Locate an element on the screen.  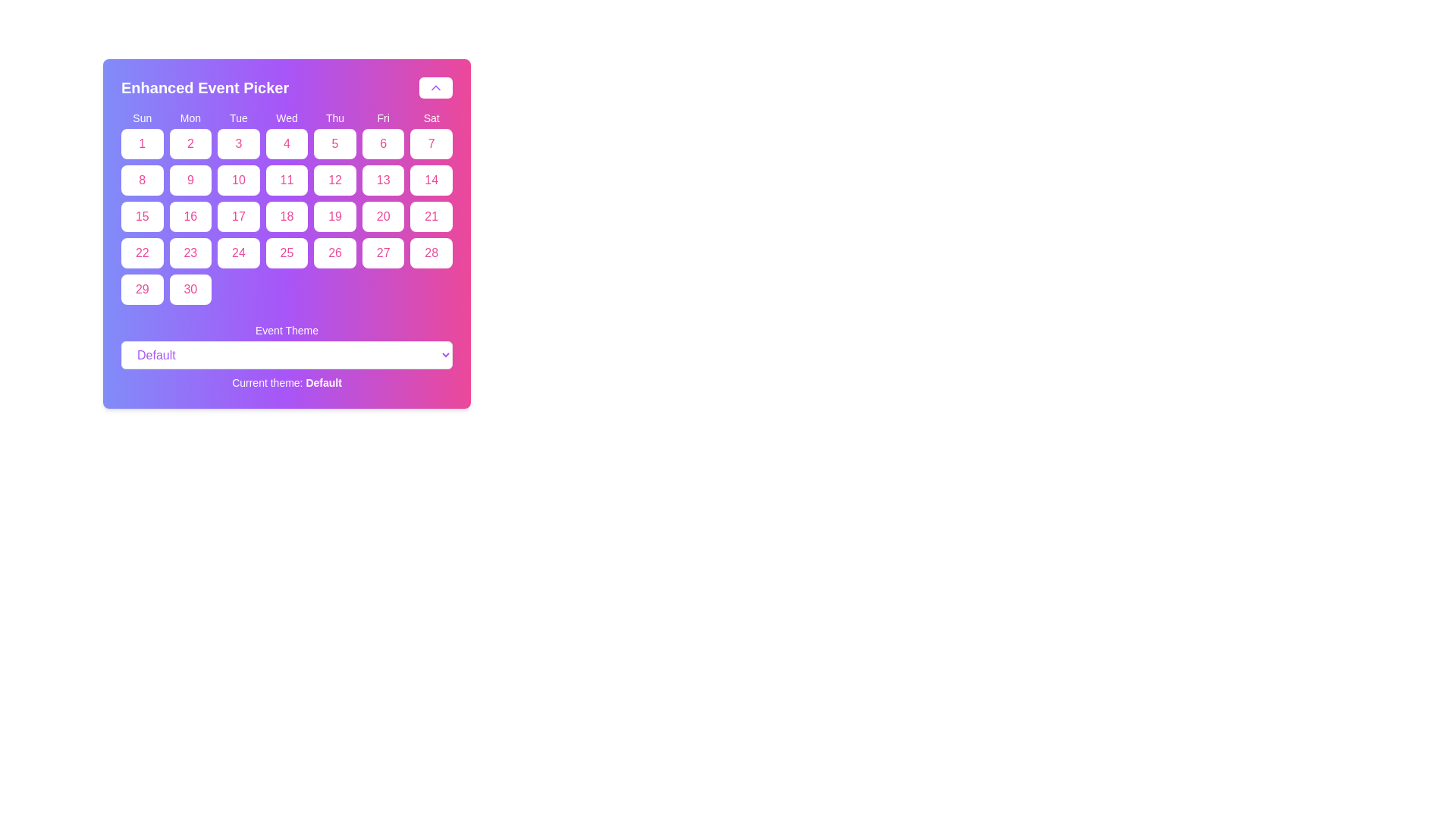
the button indicating the 27th day of the month in the calendar interface is located at coordinates (383, 253).